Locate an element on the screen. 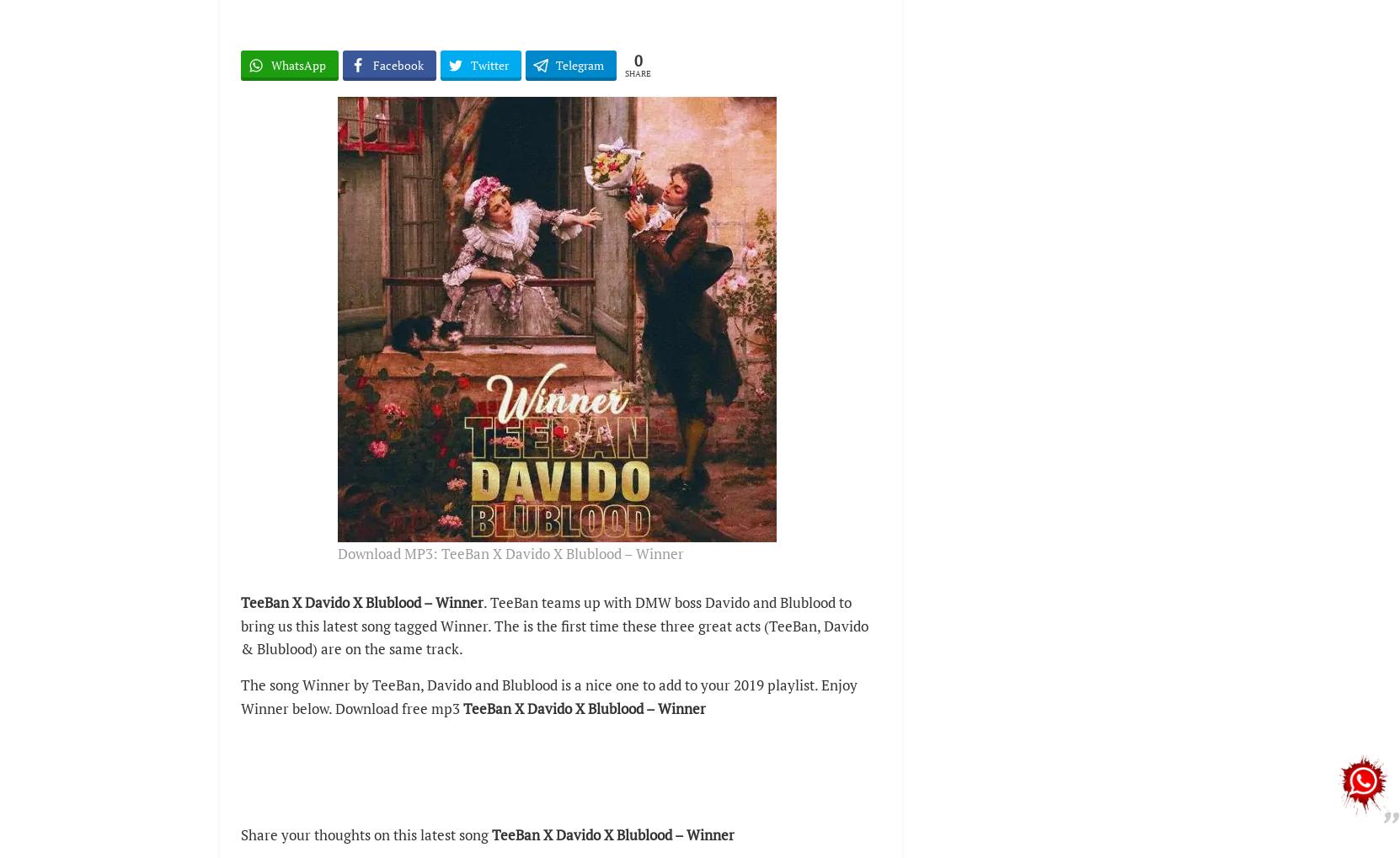  'Telegram' is located at coordinates (579, 65).